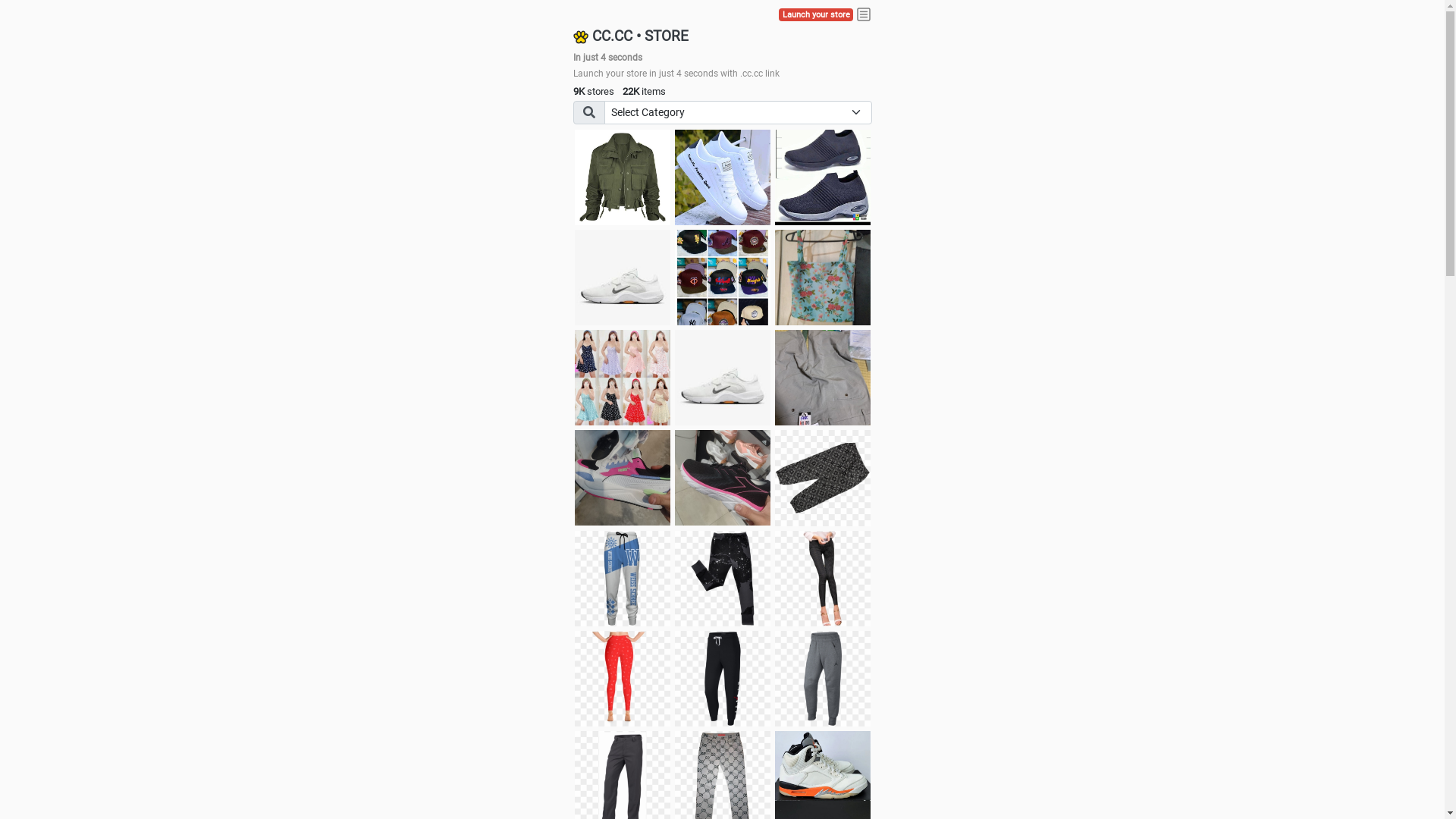  Describe the element at coordinates (574, 278) in the screenshot. I see `'Shoes for boys'` at that location.